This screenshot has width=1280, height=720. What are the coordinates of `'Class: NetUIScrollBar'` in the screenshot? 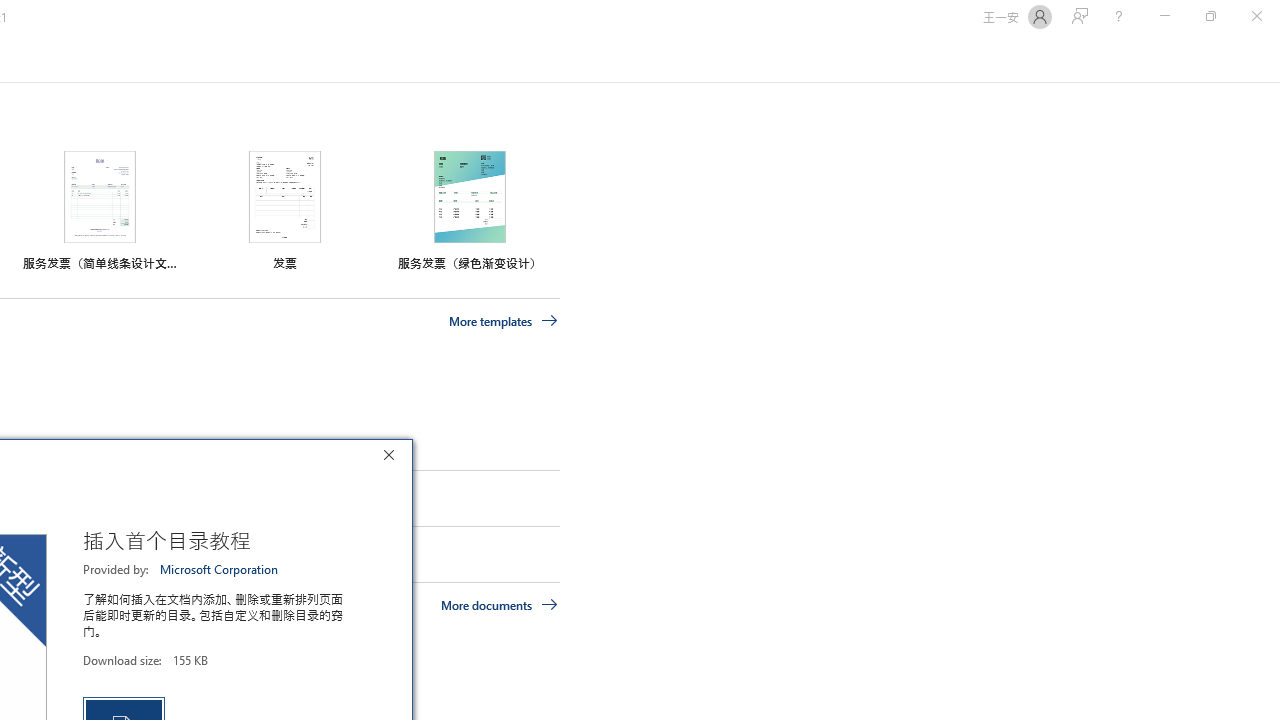 It's located at (1270, 58).